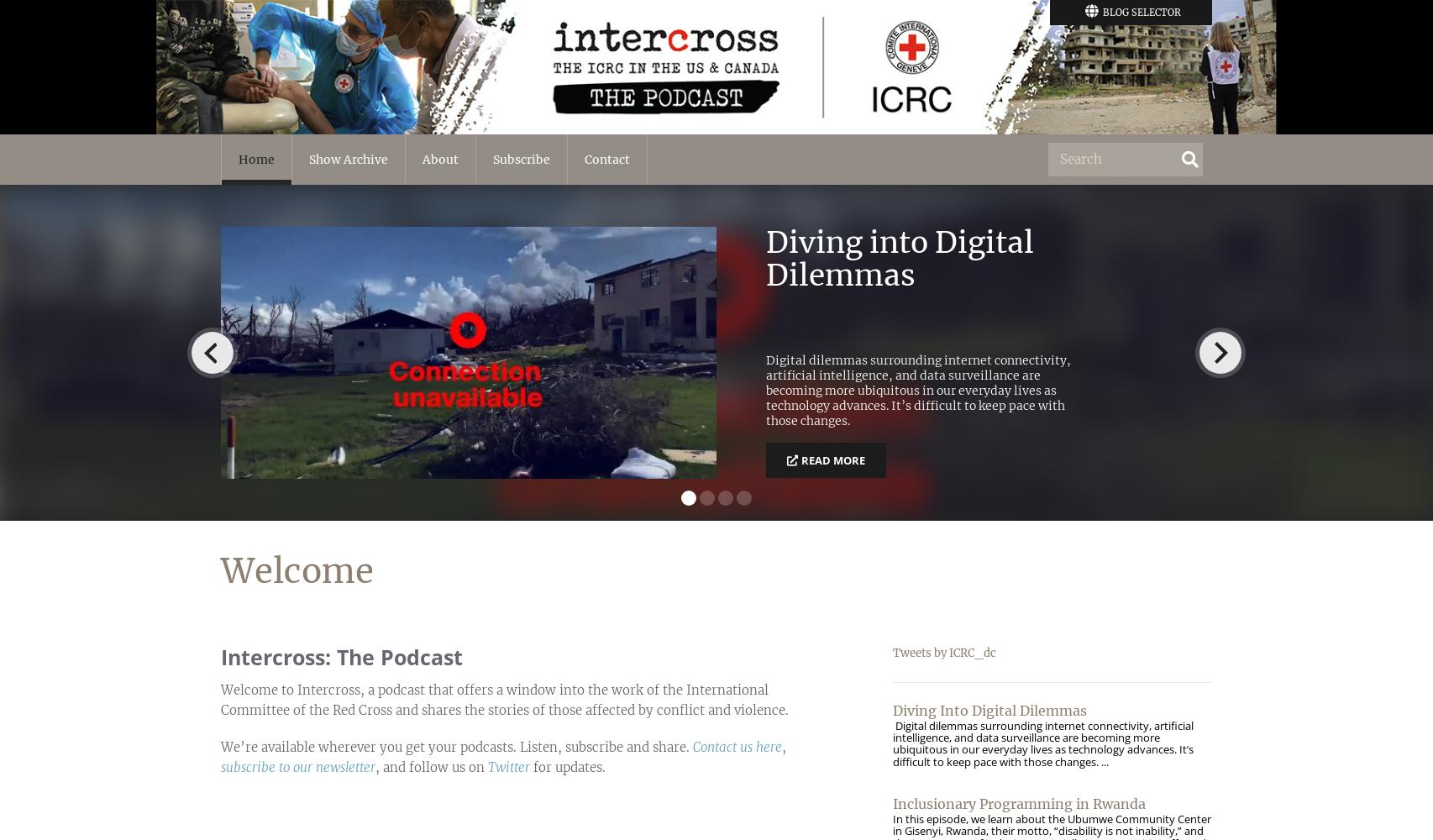  What do you see at coordinates (833, 460) in the screenshot?
I see `'Read more'` at bounding box center [833, 460].